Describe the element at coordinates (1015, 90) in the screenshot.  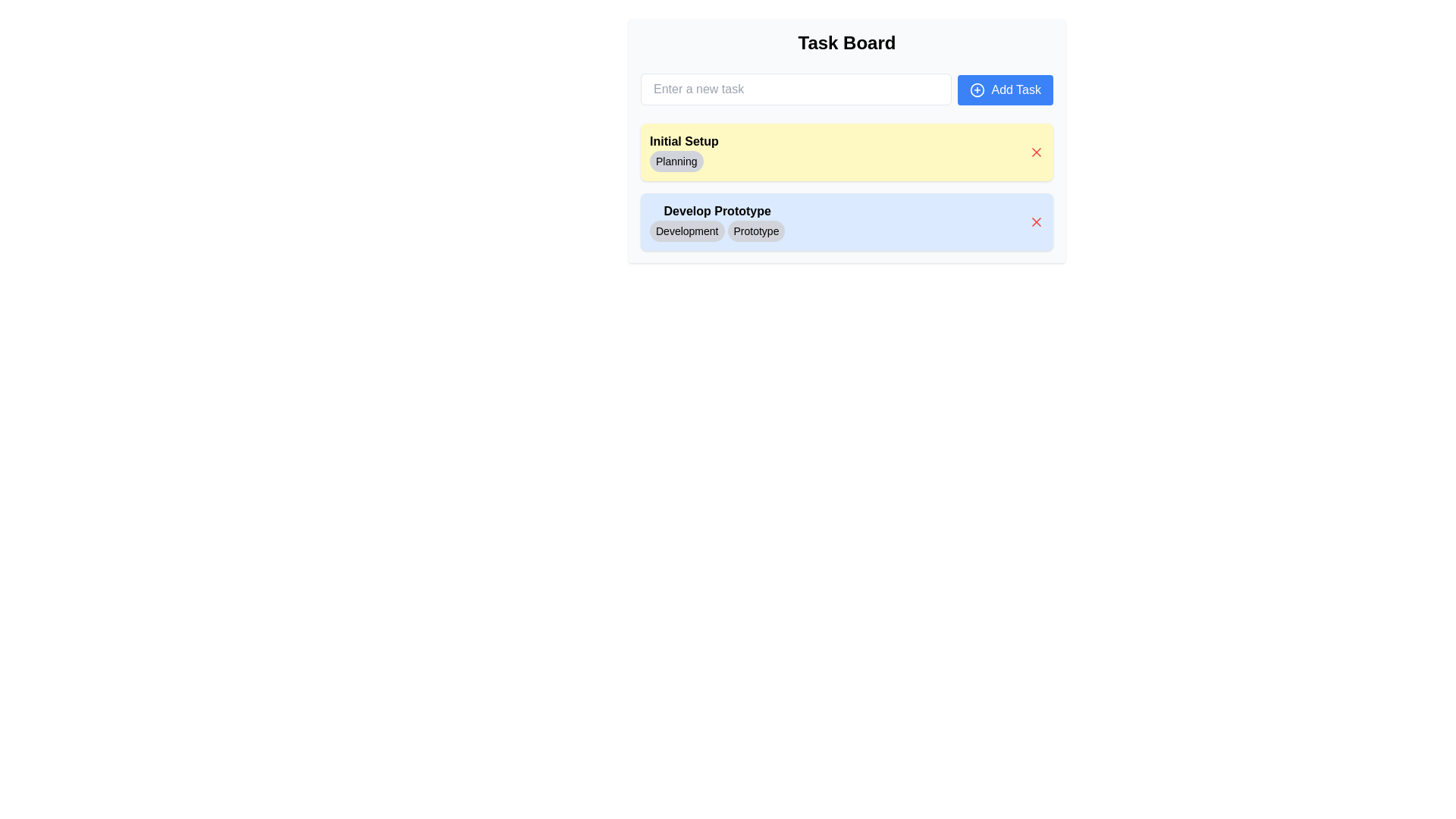
I see `the 'Add Task' button, which is identified by the static text label displayed on it, located in the top-right corner of the task board interface` at that location.